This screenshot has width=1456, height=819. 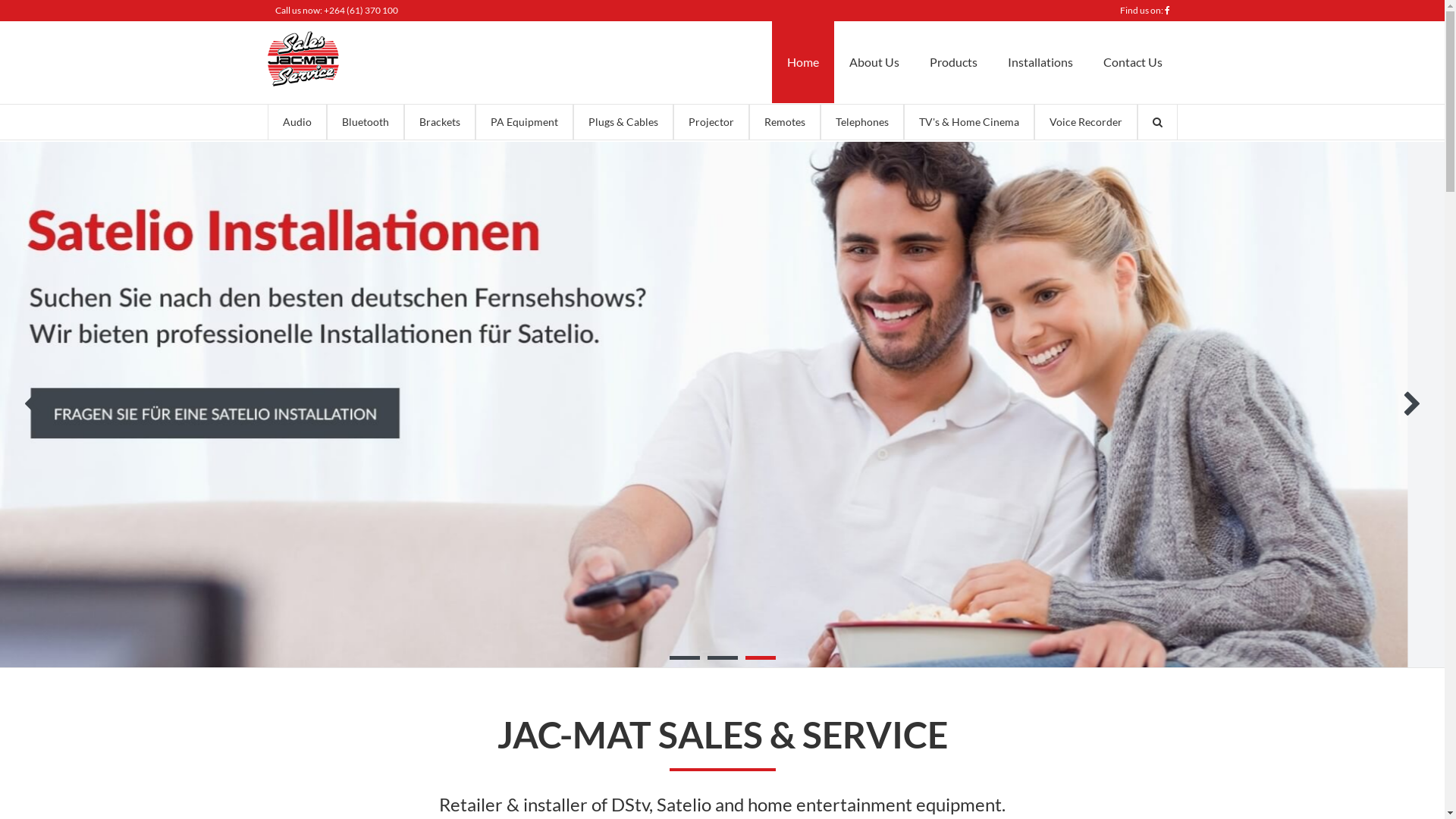 What do you see at coordinates (874, 61) in the screenshot?
I see `'About Us'` at bounding box center [874, 61].